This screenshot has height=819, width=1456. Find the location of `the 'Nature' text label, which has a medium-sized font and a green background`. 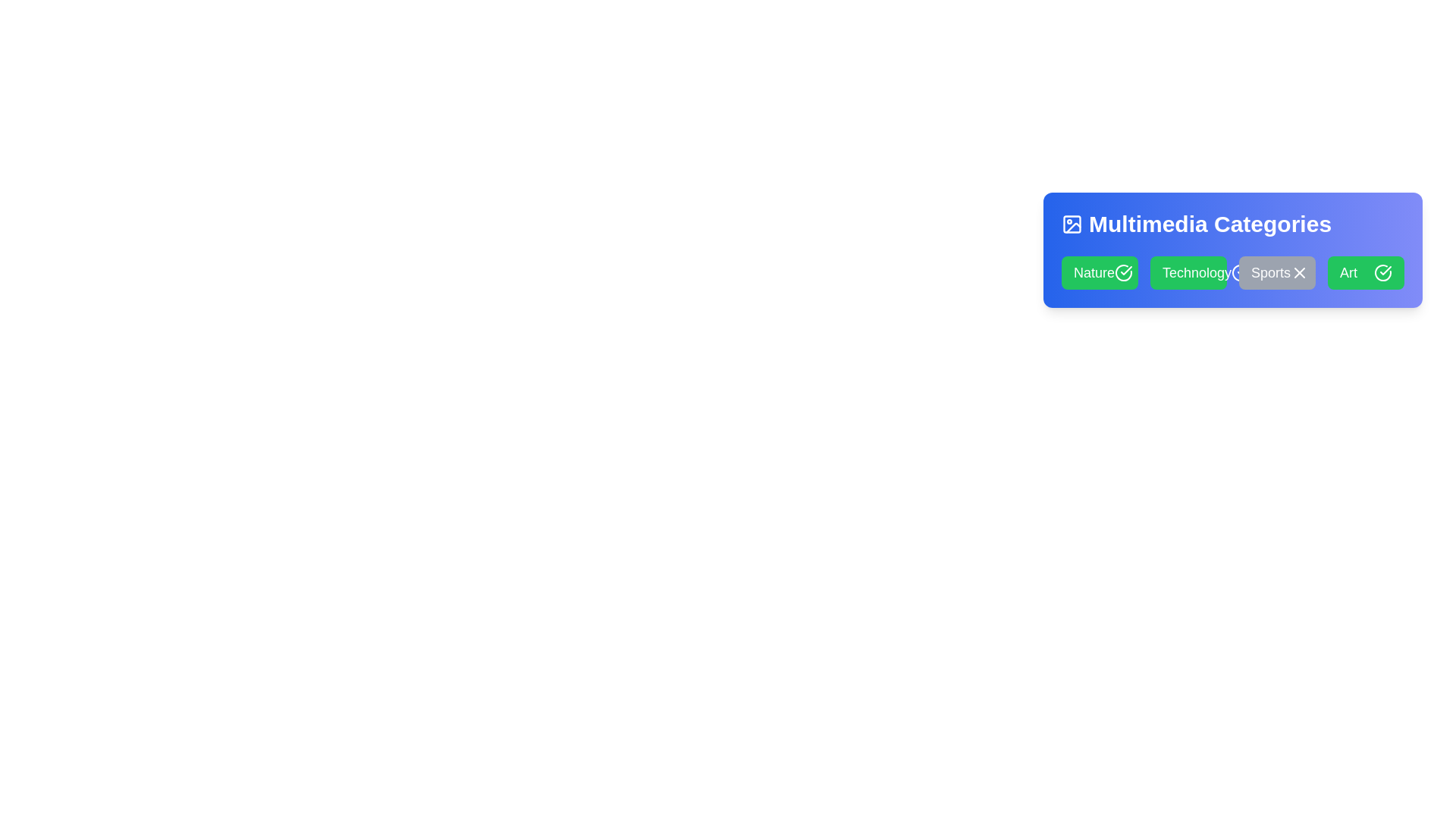

the 'Nature' text label, which has a medium-sized font and a green background is located at coordinates (1094, 271).